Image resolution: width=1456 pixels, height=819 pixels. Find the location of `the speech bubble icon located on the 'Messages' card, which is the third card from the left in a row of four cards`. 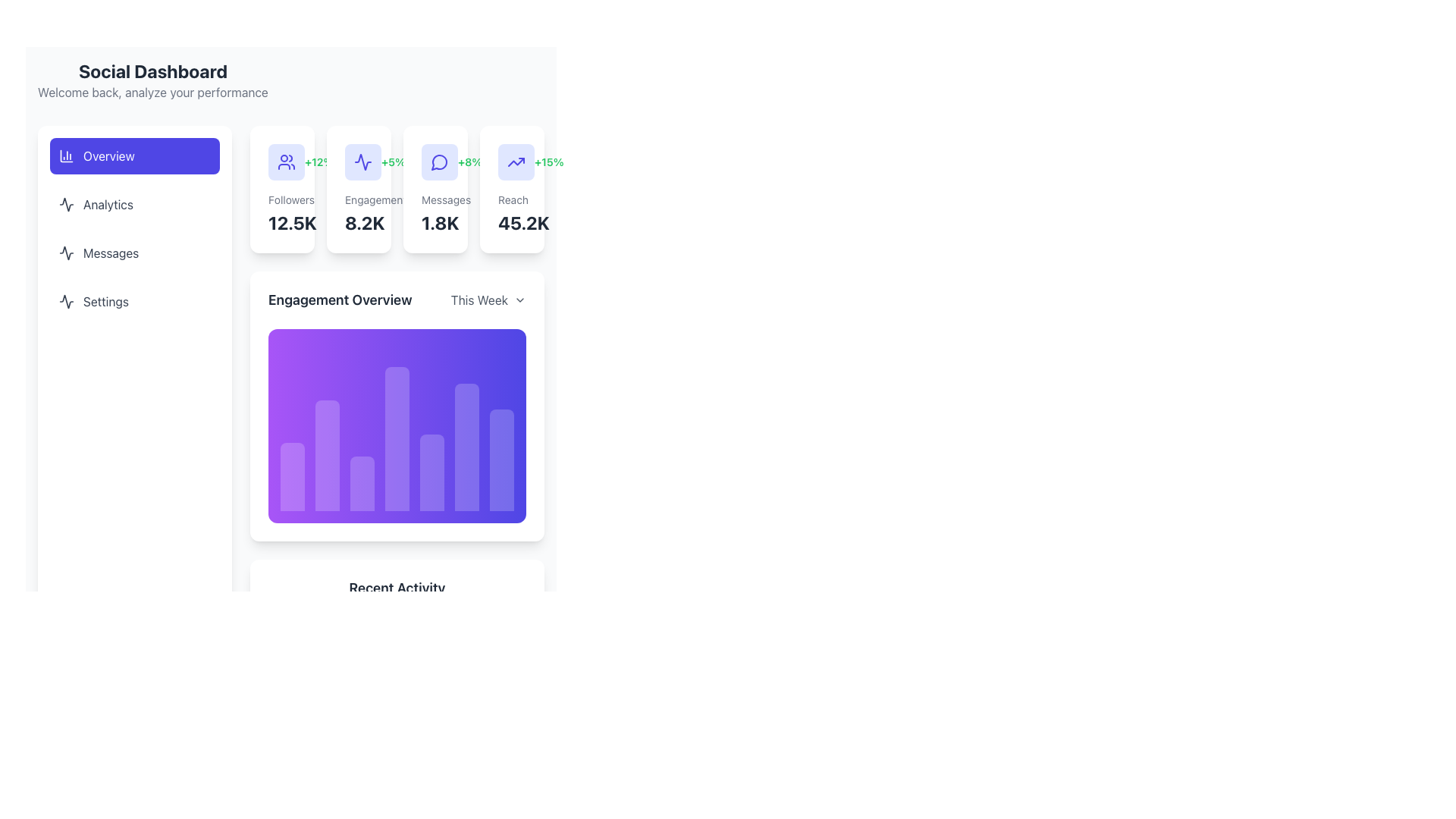

the speech bubble icon located on the 'Messages' card, which is the third card from the left in a row of four cards is located at coordinates (435, 162).